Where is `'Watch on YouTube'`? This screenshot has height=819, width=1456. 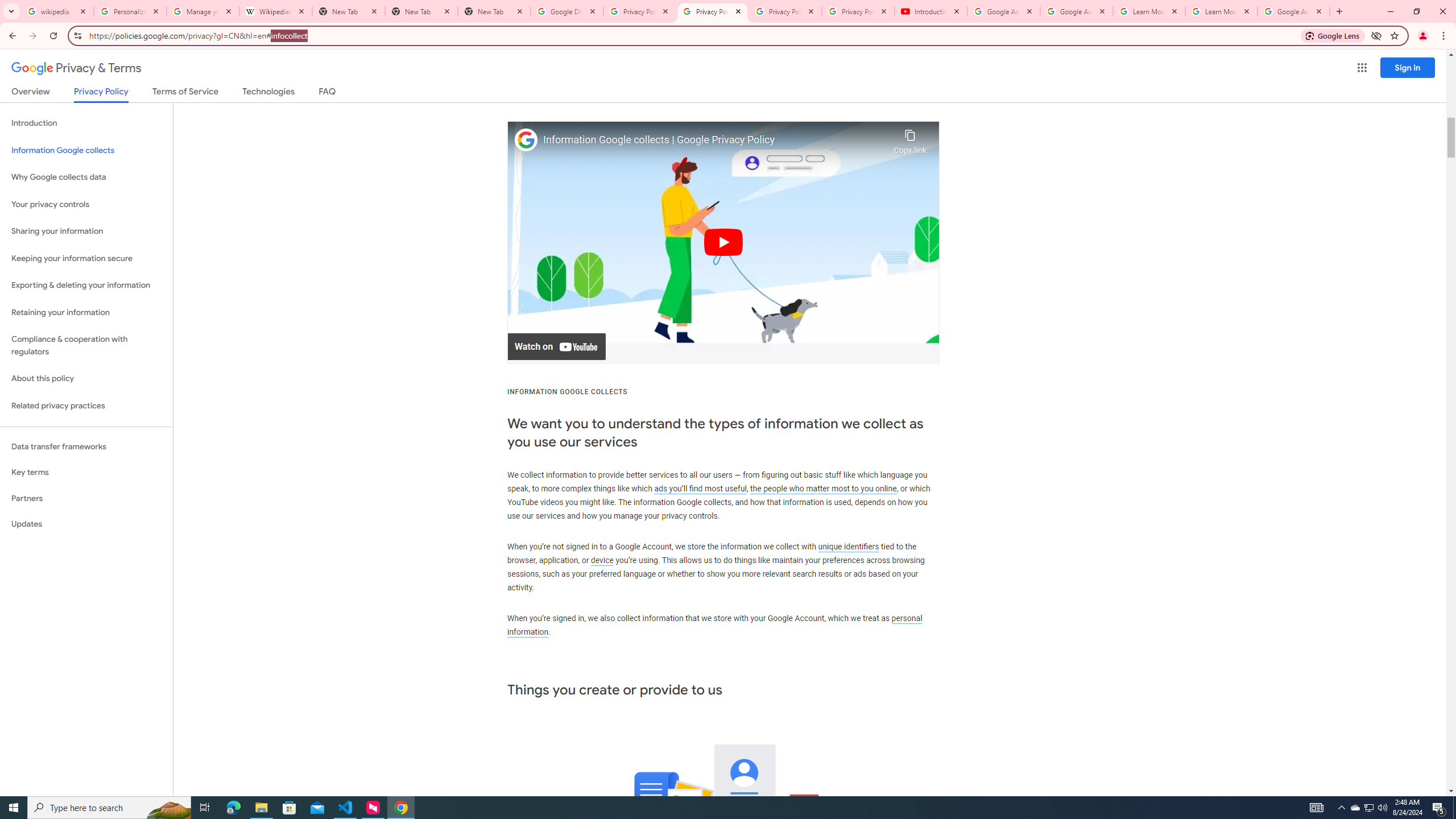 'Watch on YouTube' is located at coordinates (556, 346).